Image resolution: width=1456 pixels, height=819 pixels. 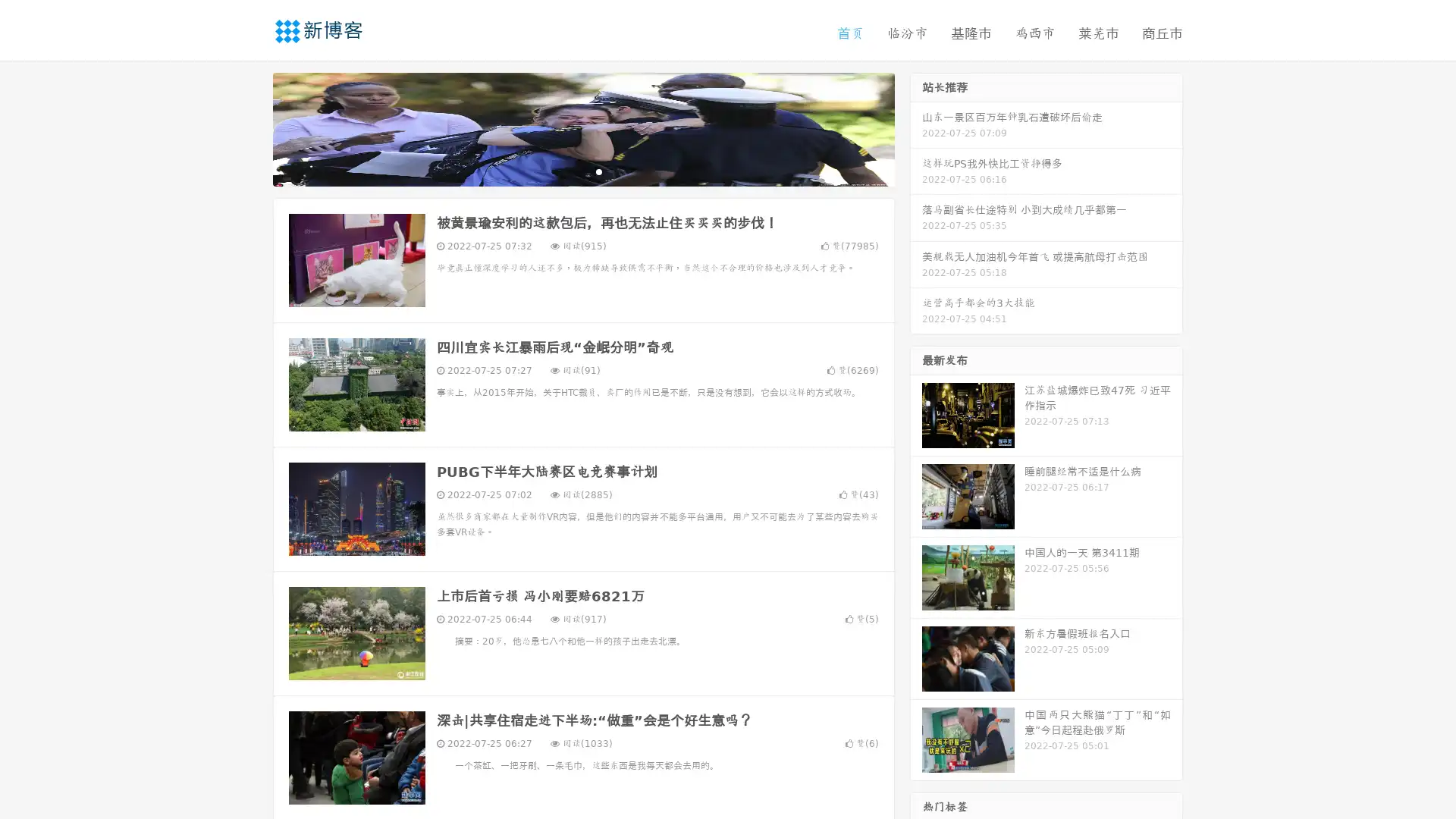 What do you see at coordinates (598, 171) in the screenshot?
I see `Go to slide 3` at bounding box center [598, 171].